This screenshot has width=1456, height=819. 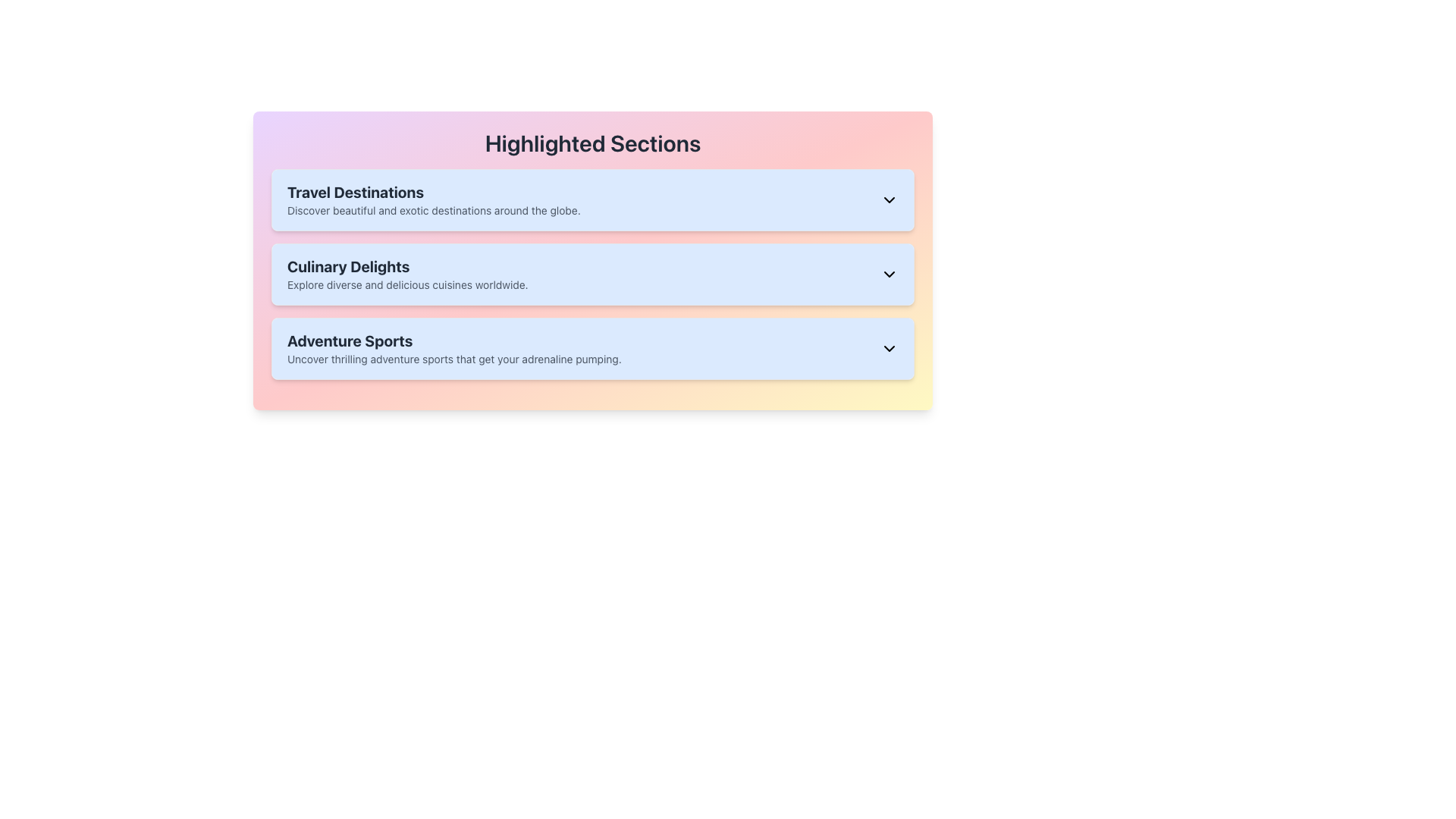 What do you see at coordinates (407, 275) in the screenshot?
I see `the 'Culinary Delights' section title and subtitle, which is the second item in the list of 'Highlighted Sections'` at bounding box center [407, 275].